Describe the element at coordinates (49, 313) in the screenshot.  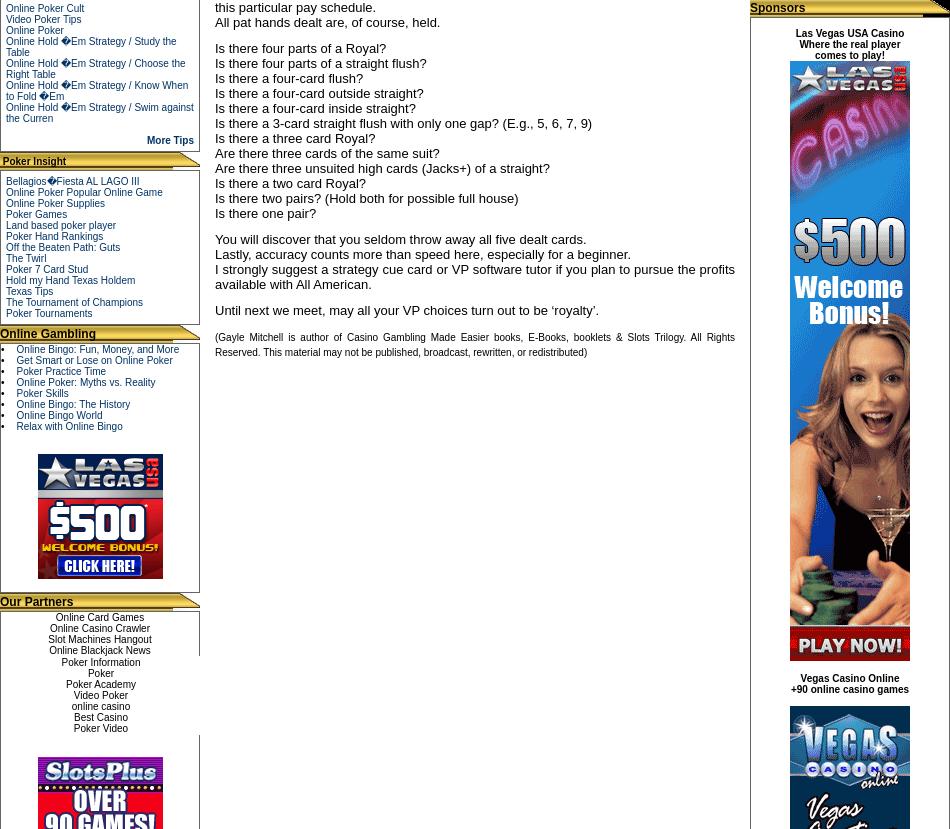
I see `'Poker Tournaments'` at that location.